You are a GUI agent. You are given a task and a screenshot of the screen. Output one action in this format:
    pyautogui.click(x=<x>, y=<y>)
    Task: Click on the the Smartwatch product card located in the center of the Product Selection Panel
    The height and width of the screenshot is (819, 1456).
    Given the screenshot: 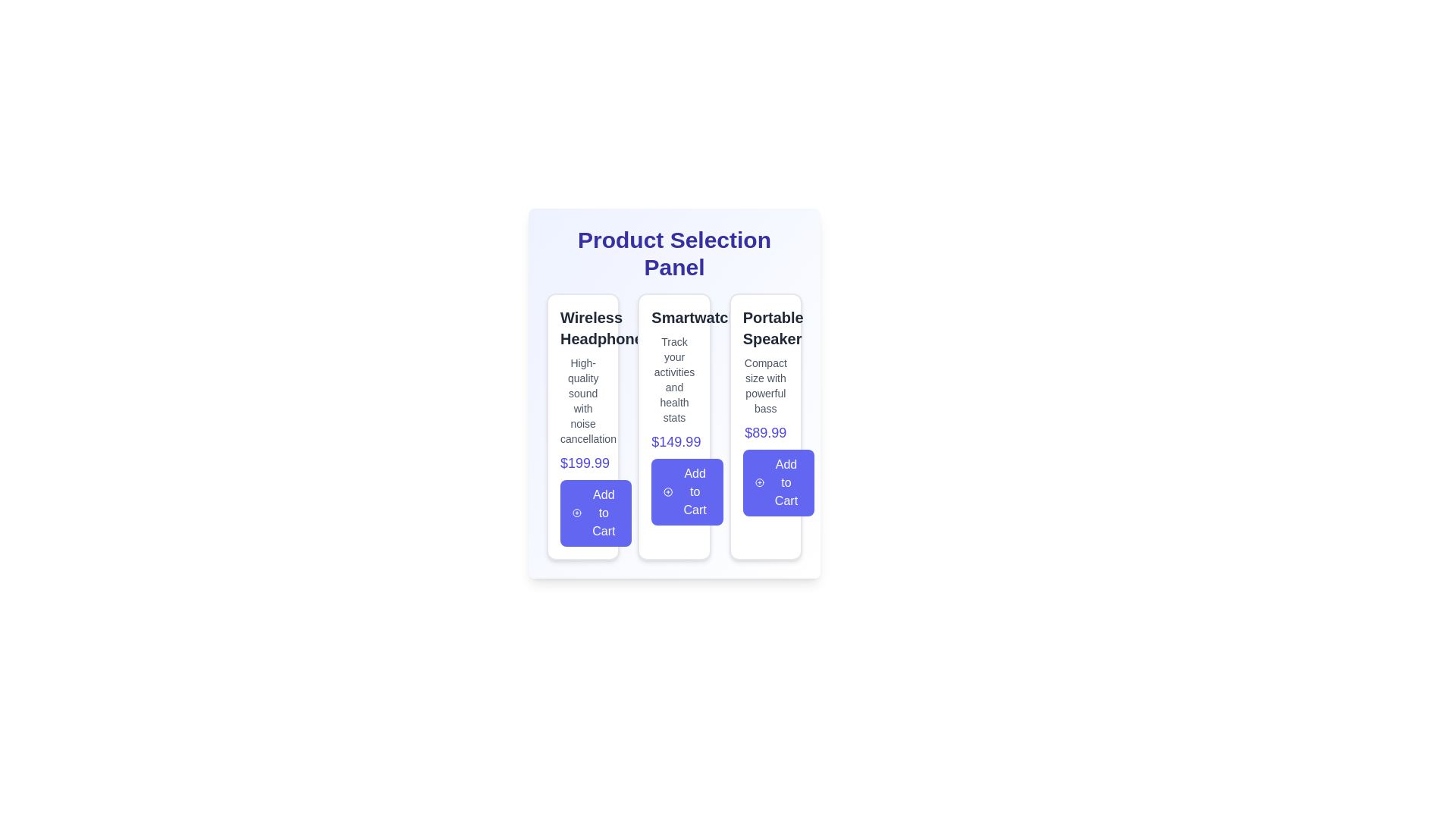 What is the action you would take?
    pyautogui.click(x=673, y=427)
    